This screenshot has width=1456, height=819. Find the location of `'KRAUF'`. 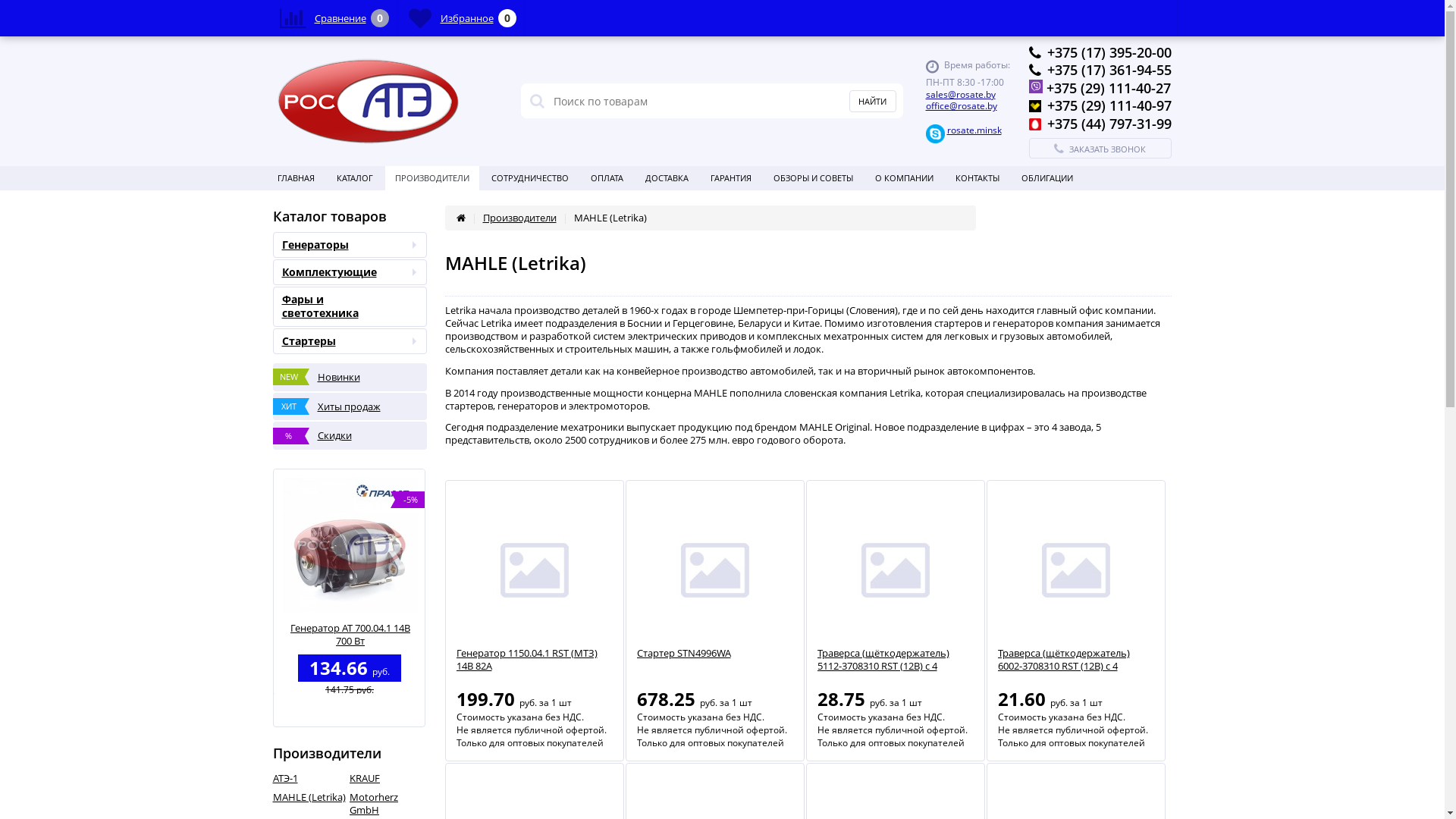

'KRAUF' is located at coordinates (388, 778).